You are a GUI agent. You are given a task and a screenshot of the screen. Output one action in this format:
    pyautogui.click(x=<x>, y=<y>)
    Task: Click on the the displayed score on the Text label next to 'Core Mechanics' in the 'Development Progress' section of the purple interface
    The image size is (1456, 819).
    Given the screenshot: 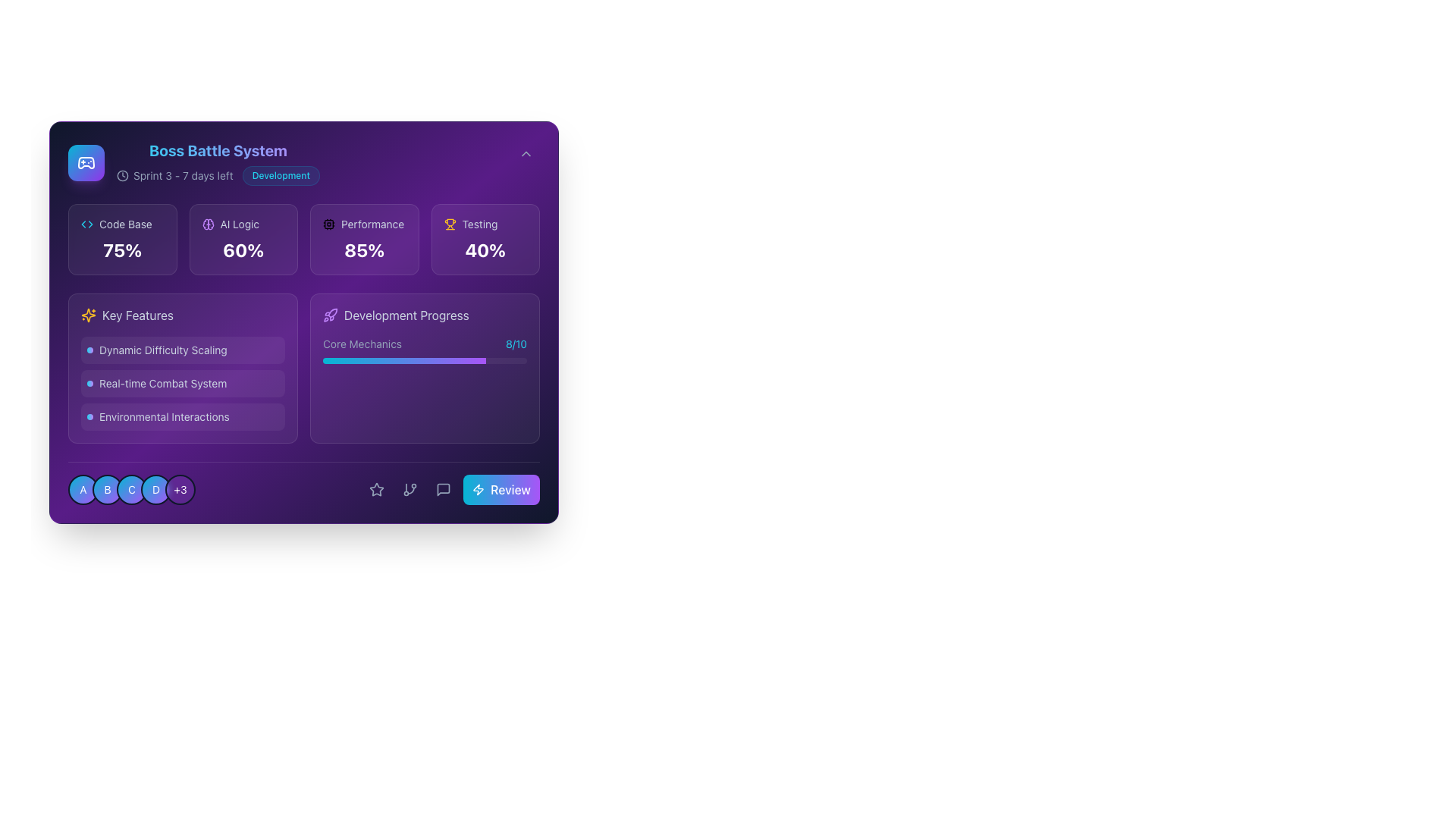 What is the action you would take?
    pyautogui.click(x=516, y=344)
    